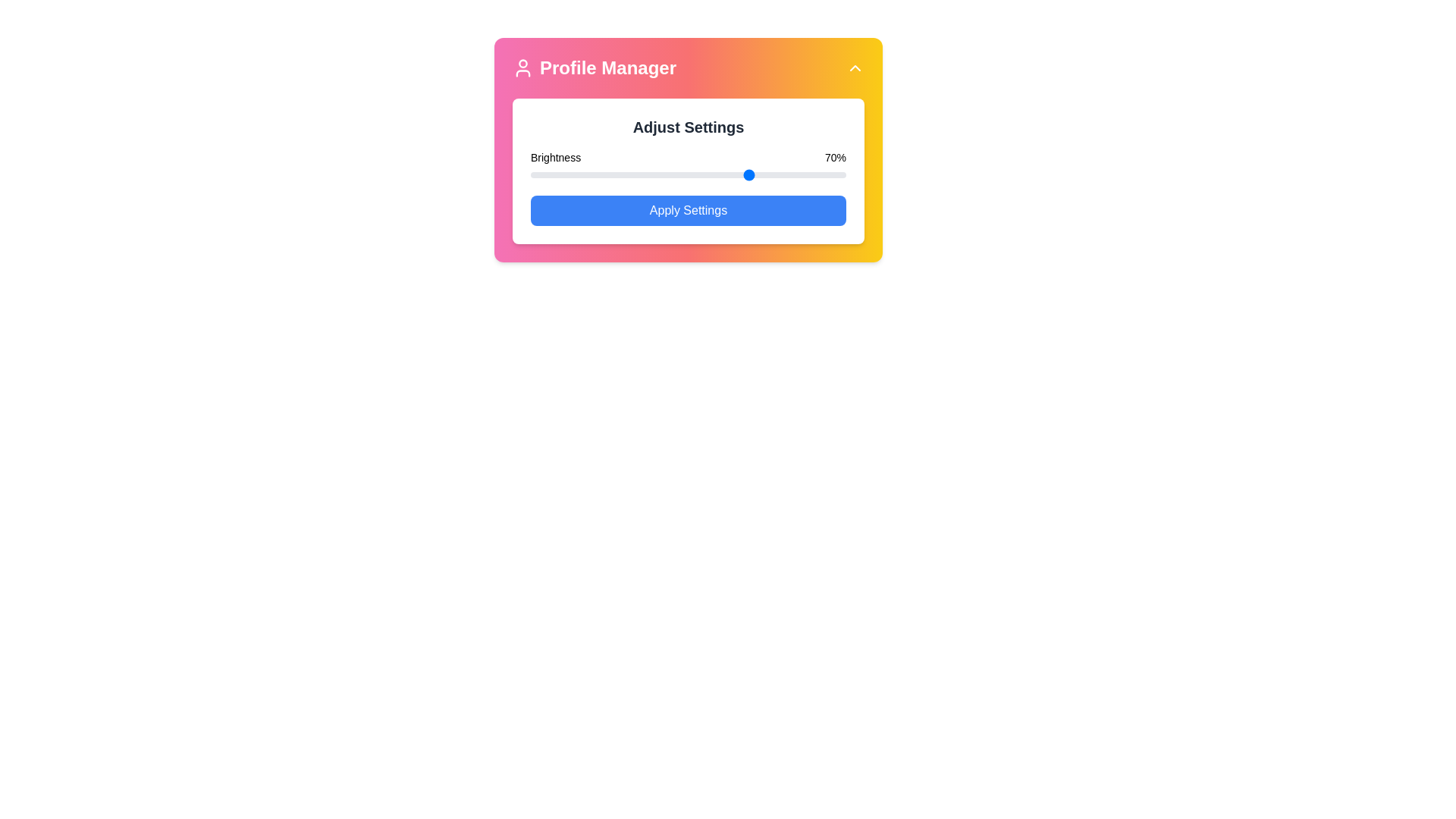 Image resolution: width=1456 pixels, height=819 pixels. Describe the element at coordinates (834, 158) in the screenshot. I see `the Text Label displaying '70%' in black font, which is located in the brightness control area of the application` at that location.